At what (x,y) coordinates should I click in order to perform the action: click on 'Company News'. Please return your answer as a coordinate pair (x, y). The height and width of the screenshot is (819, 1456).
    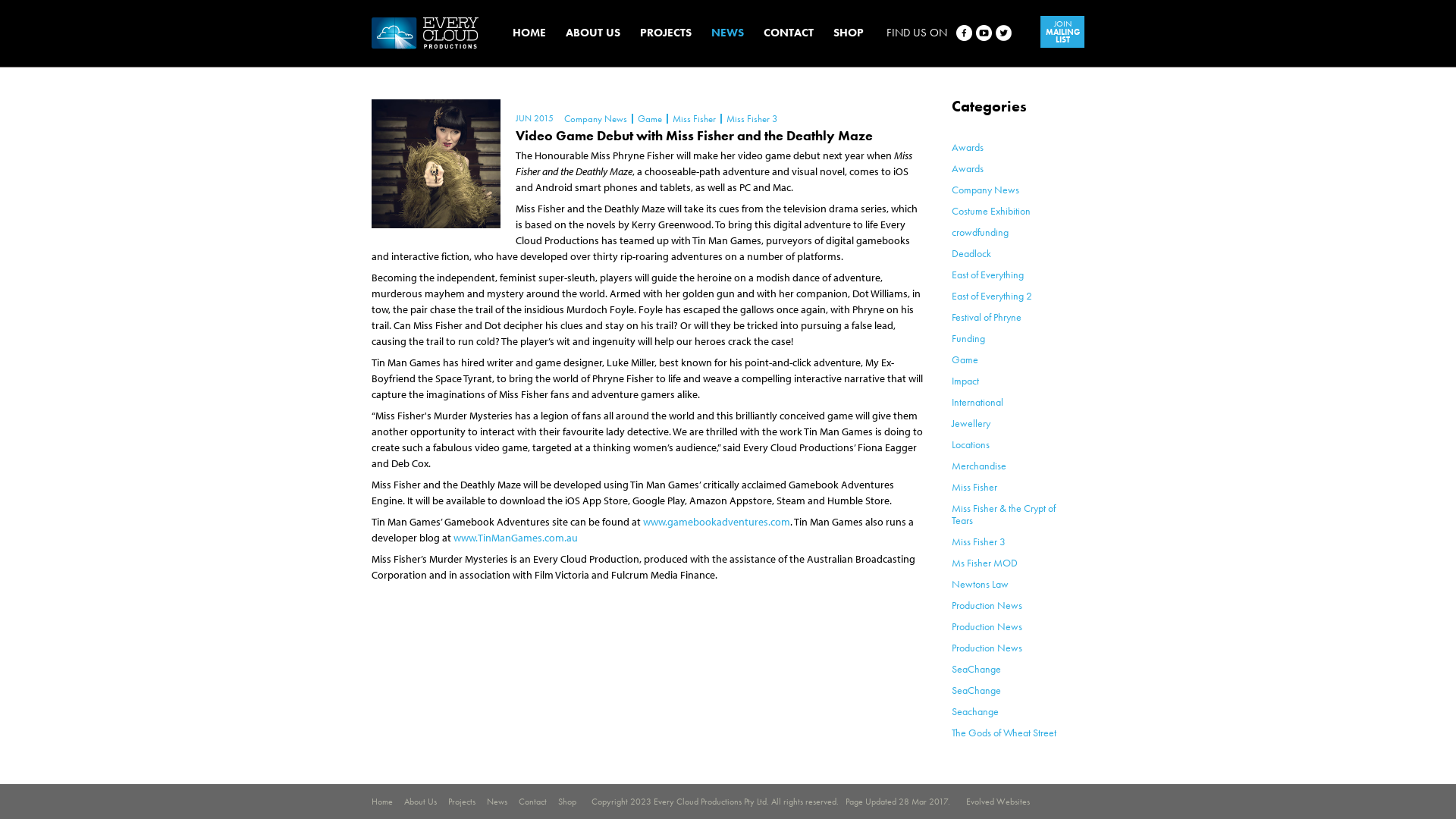
    Looking at the image, I should click on (595, 118).